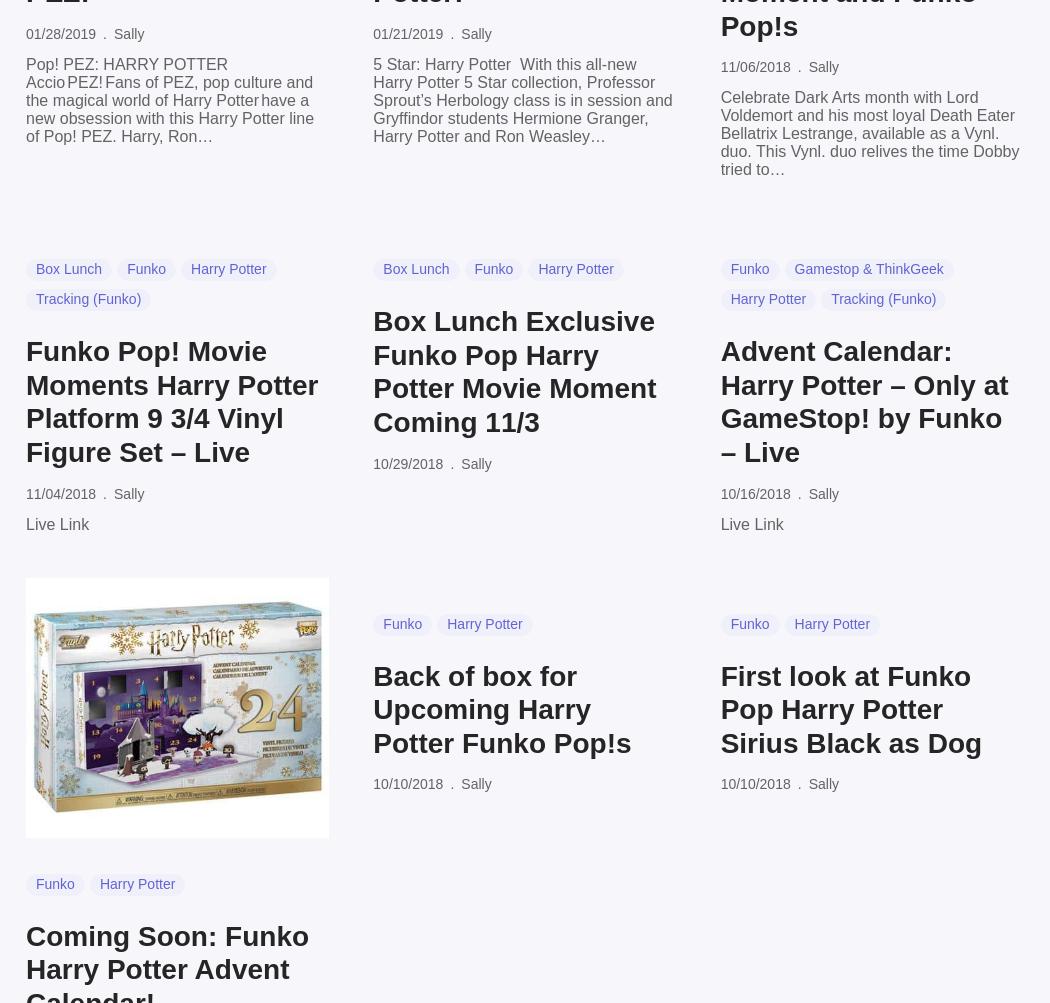  I want to click on 'Funko Pop! Movie Moments Harry Potter Platform 9 3/4 Vinyl Figure Set – Live', so click(171, 400).